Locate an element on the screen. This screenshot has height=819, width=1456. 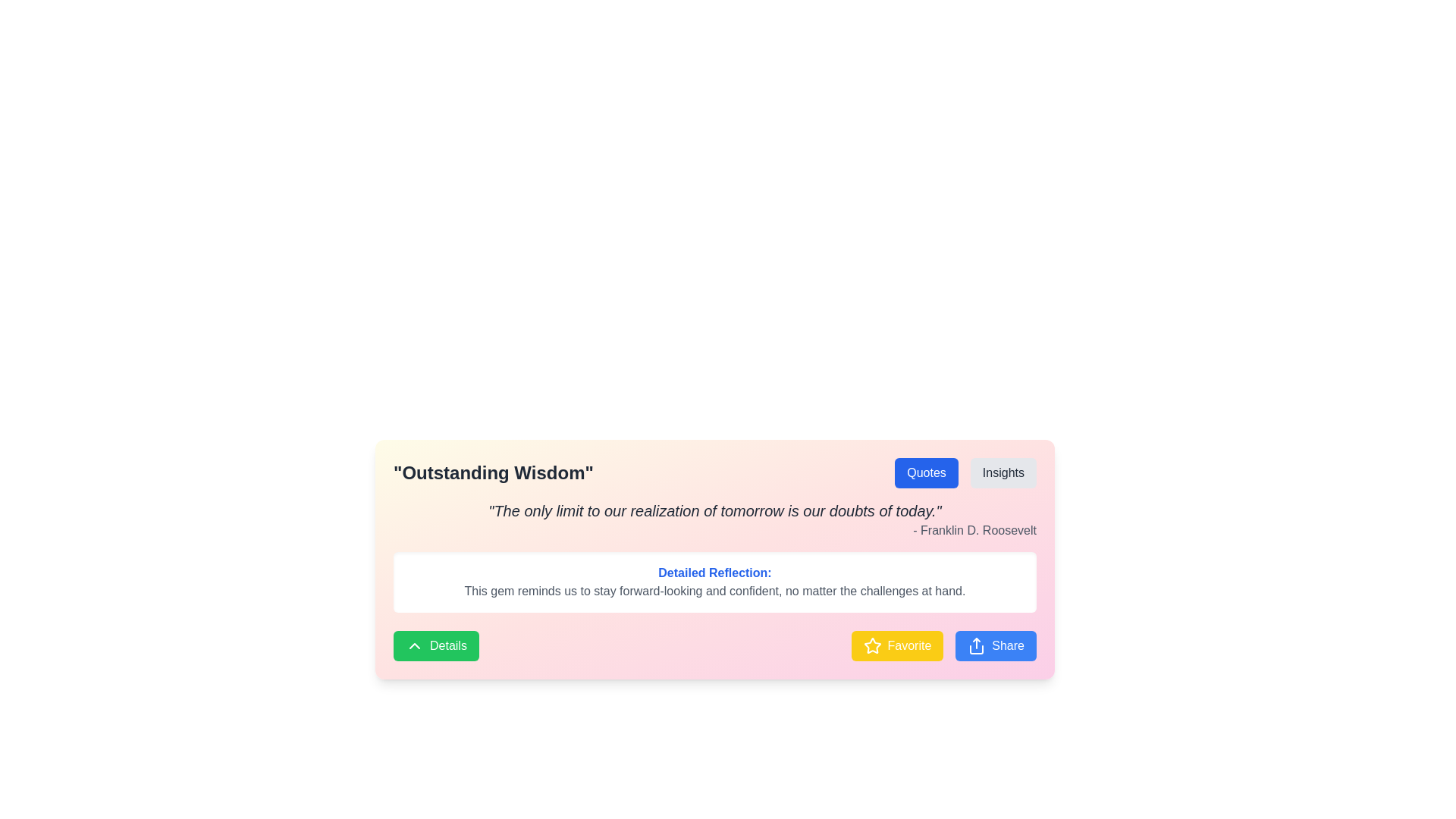
the star icon located within the 'Favorite' button to favorite an item is located at coordinates (872, 645).